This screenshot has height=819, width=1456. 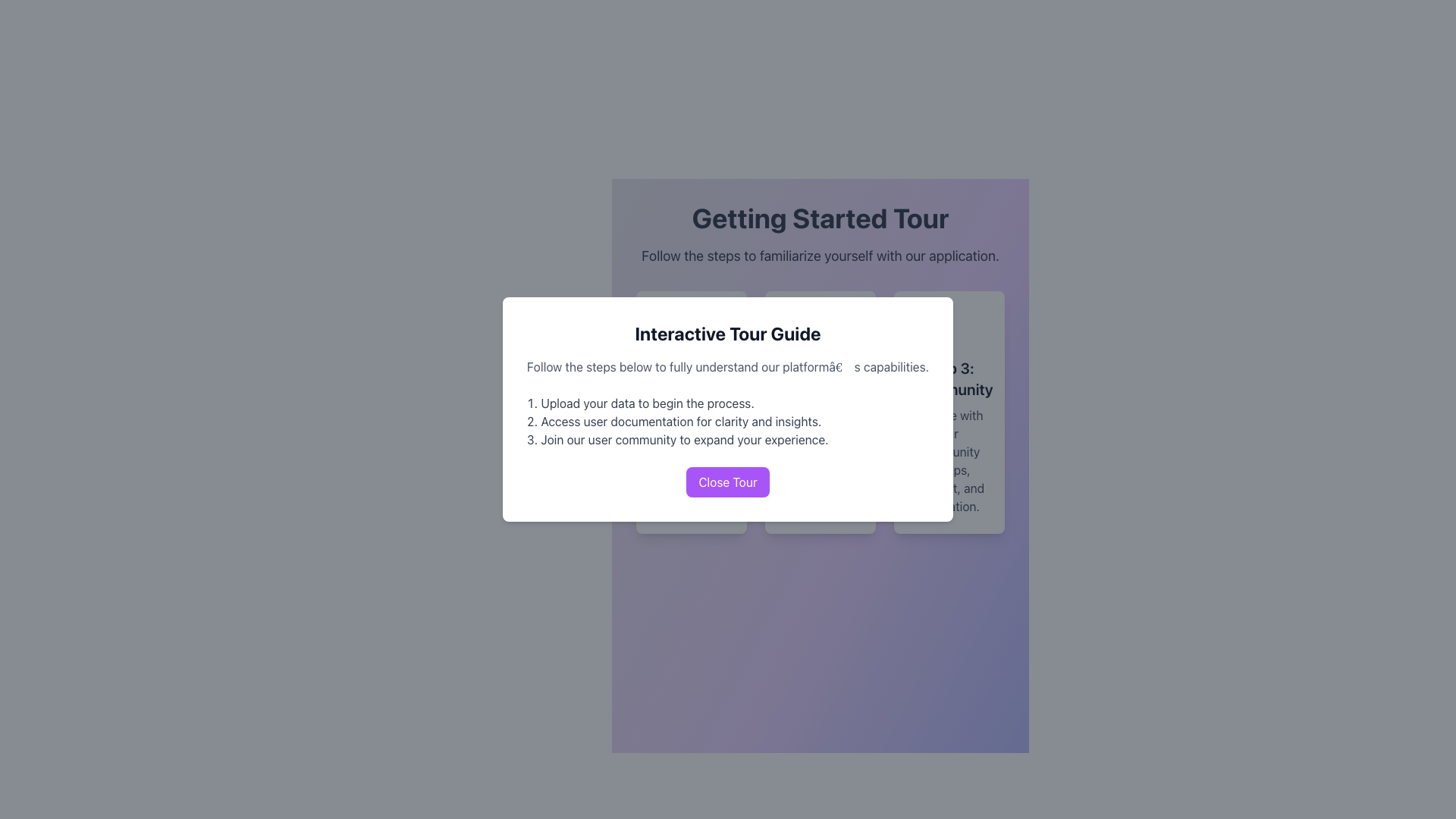 I want to click on the text heading that reads 'Step 3: Community', which is styled in bold, dark gray font, located in the top-right section of the modal dialog, so click(x=949, y=378).